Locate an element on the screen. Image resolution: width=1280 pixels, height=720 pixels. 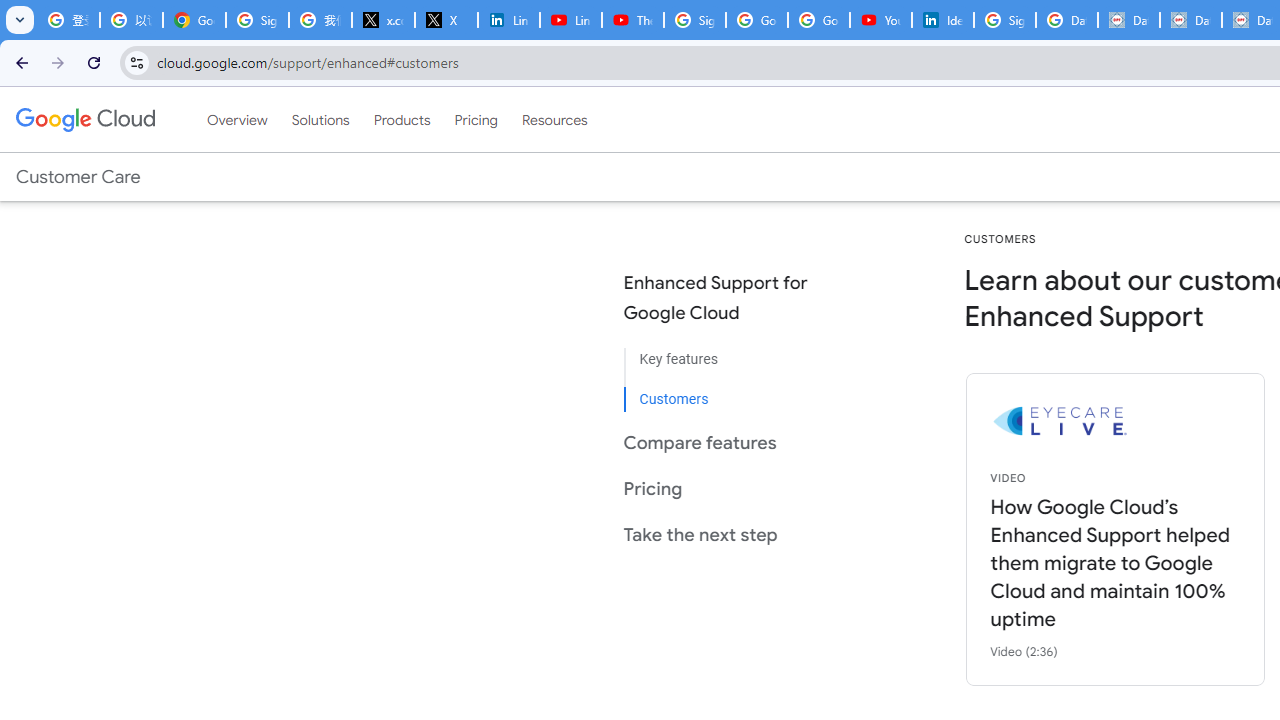
'LinkedIn - YouTube' is located at coordinates (569, 20).